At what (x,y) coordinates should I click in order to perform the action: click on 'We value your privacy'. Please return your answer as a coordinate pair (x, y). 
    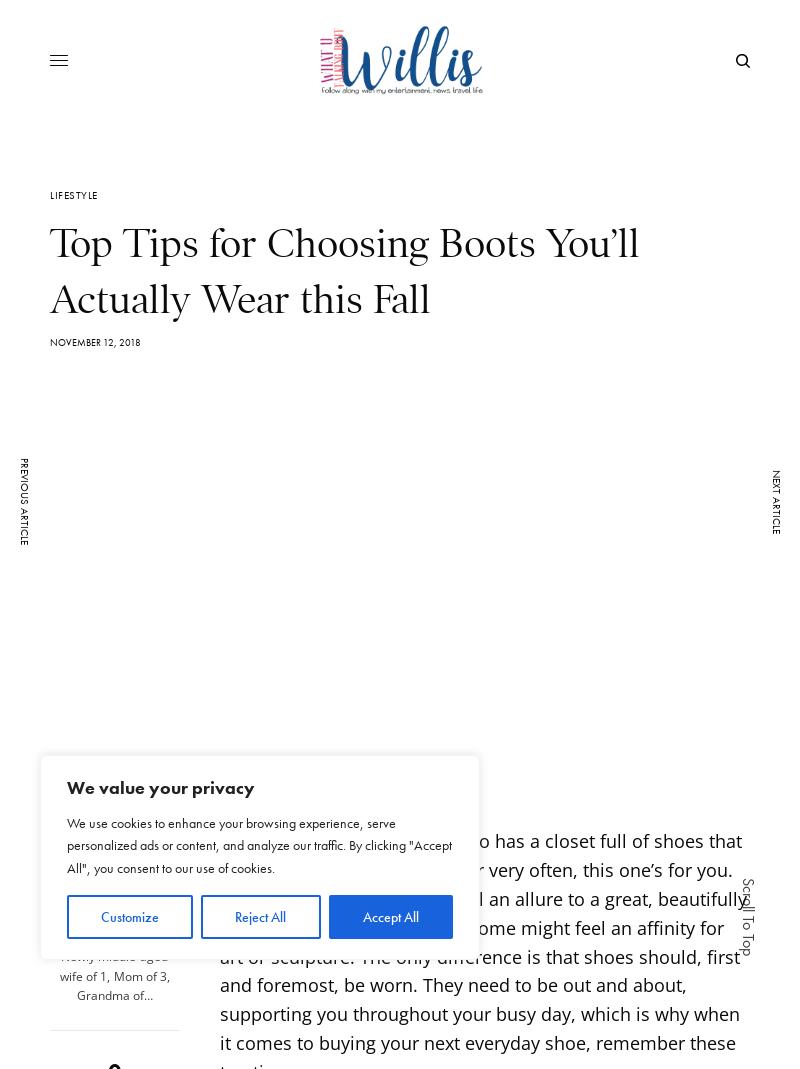
    Looking at the image, I should click on (67, 786).